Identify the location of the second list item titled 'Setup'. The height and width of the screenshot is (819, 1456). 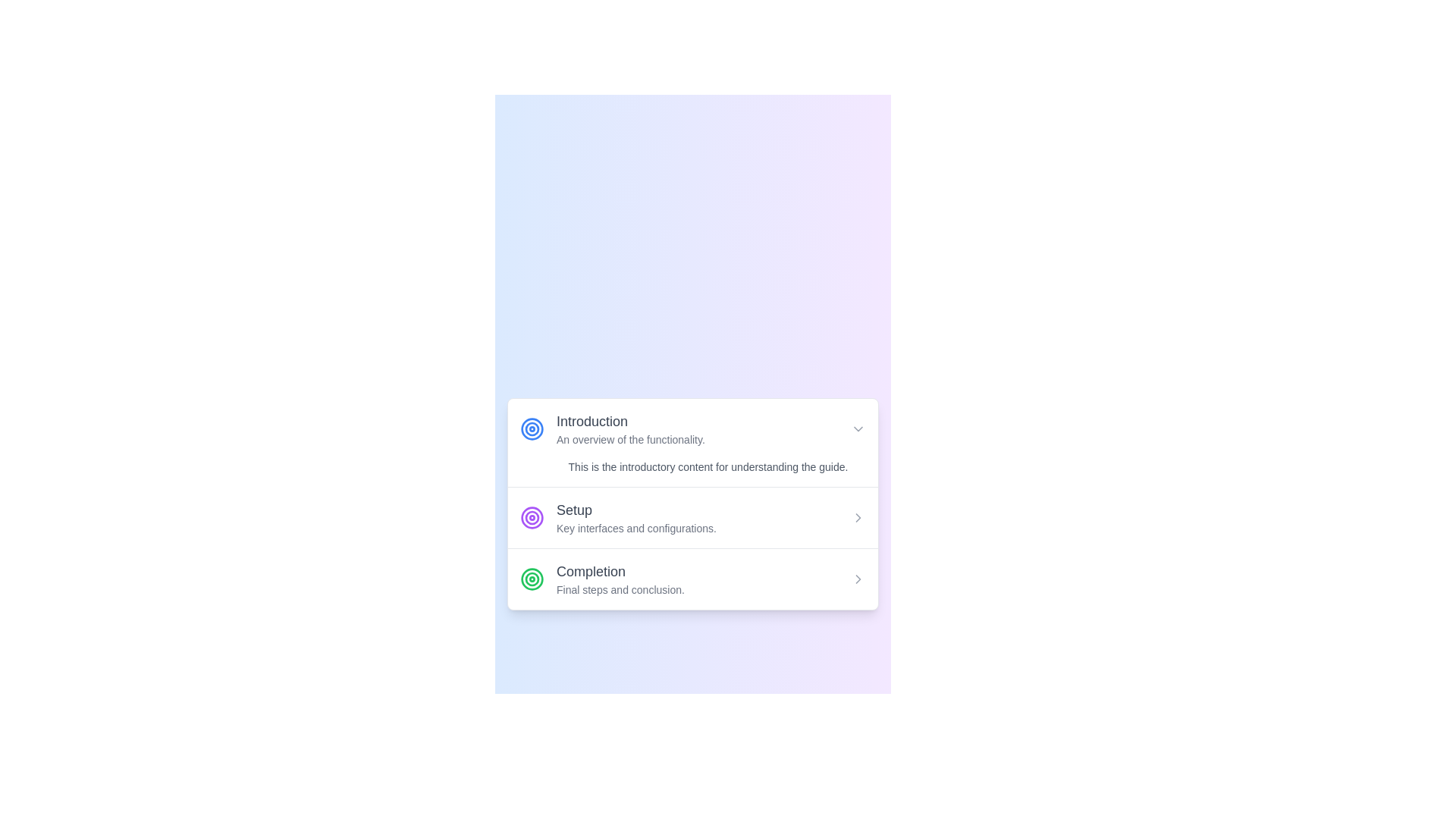
(692, 517).